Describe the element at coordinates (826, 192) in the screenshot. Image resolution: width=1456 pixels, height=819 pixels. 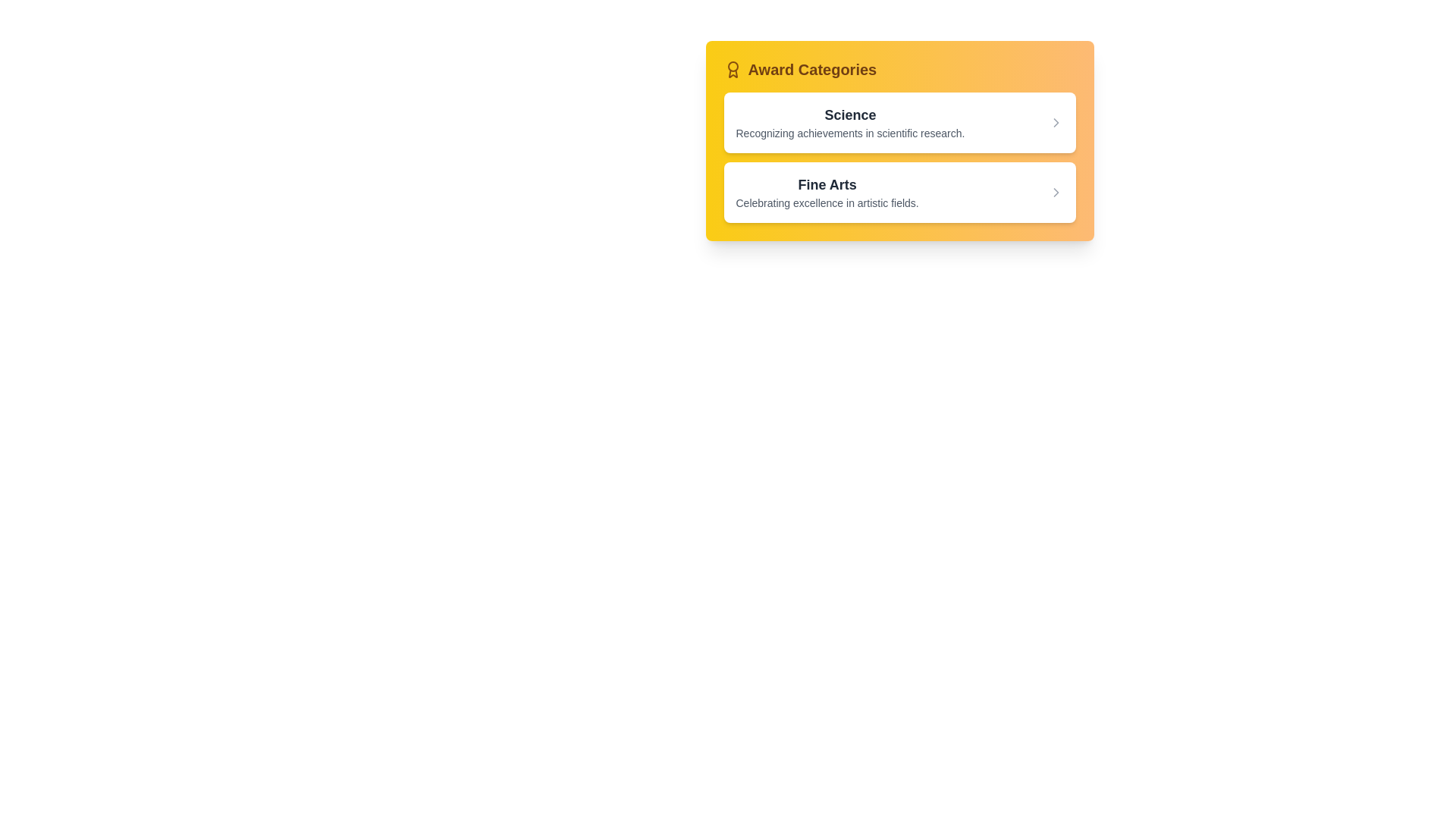
I see `the 'Fine Arts' category option located under the yellow header labeled 'Award Categories', positioned below the 'Science' option` at that location.